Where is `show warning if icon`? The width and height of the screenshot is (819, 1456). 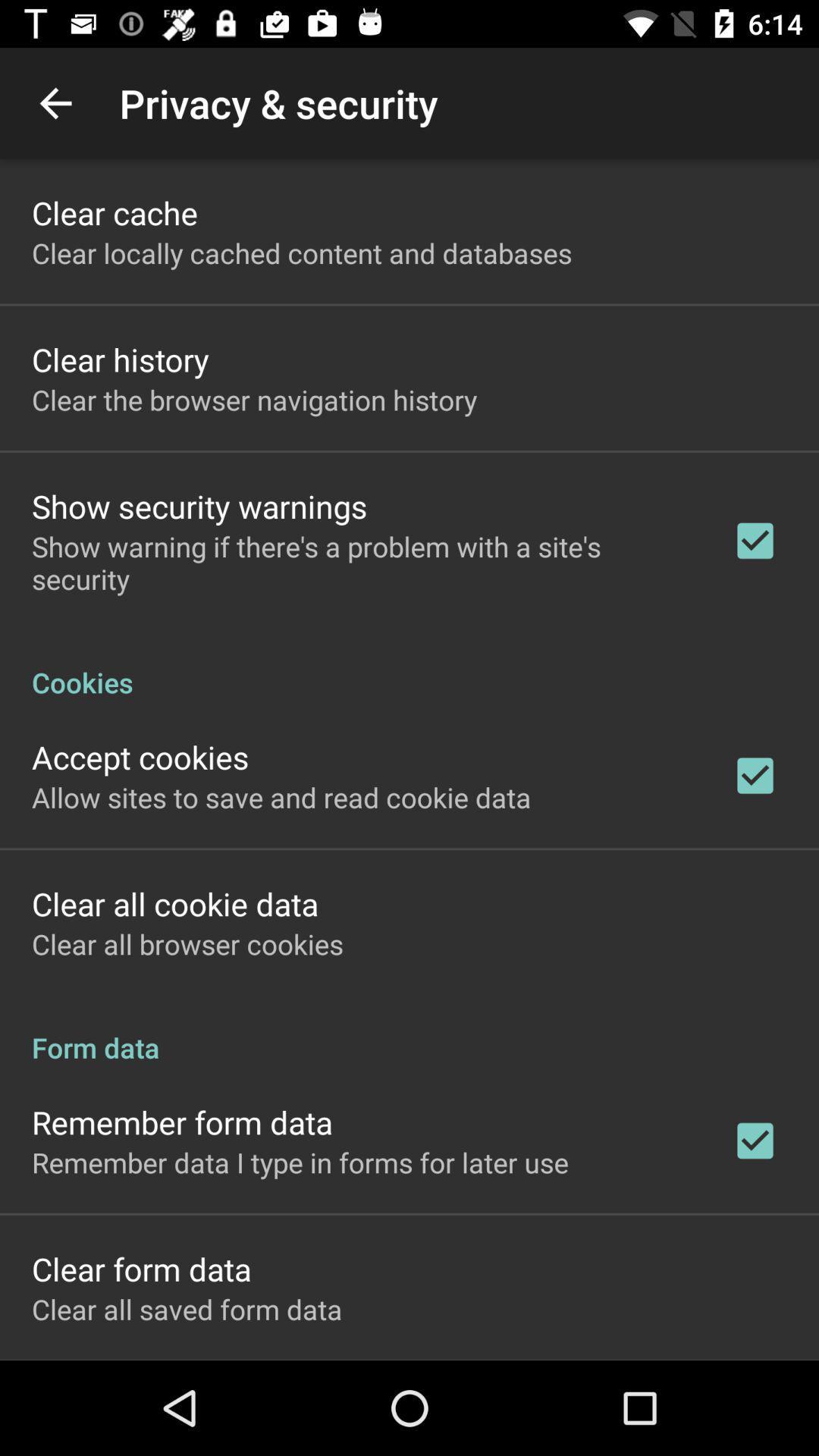 show warning if icon is located at coordinates (362, 562).